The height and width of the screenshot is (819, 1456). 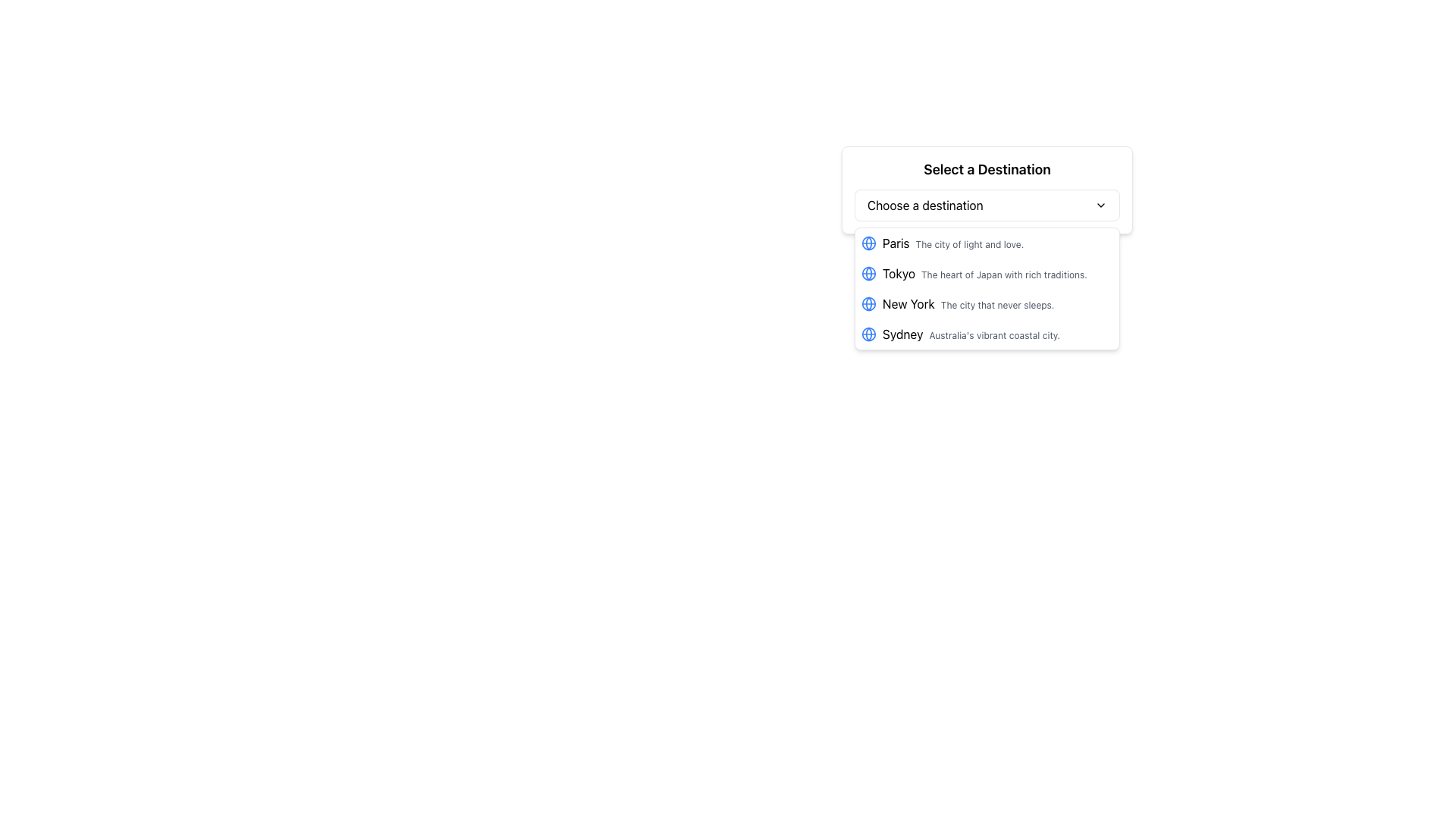 What do you see at coordinates (1004, 275) in the screenshot?
I see `the text snippet that reads 'The heart of Japan with rich traditions.' located in the dropdown list under the 'Tokyo' destination` at bounding box center [1004, 275].